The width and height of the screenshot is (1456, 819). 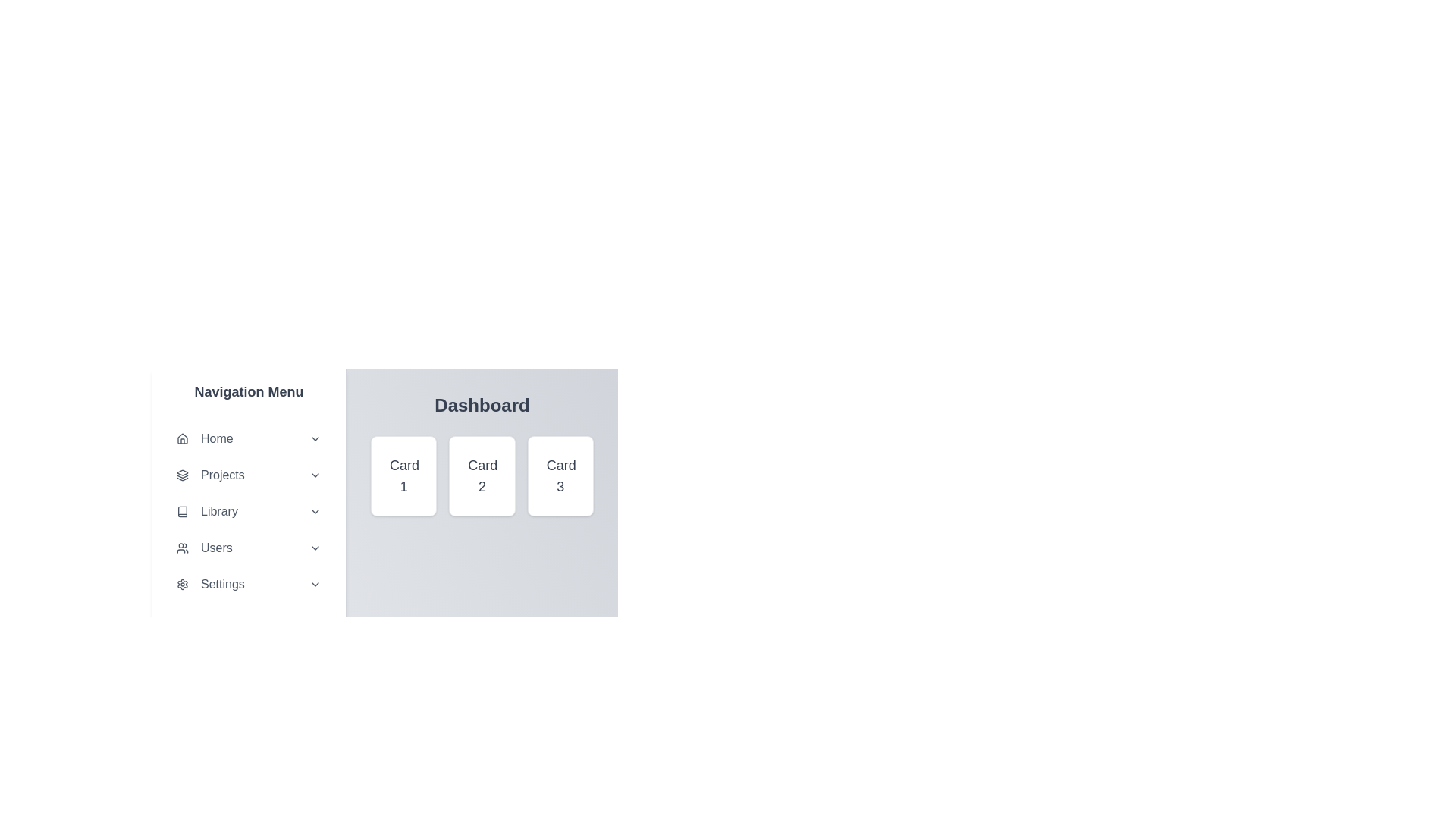 What do you see at coordinates (182, 438) in the screenshot?
I see `the house icon in the navigation menu that precedes the 'Home' text item` at bounding box center [182, 438].